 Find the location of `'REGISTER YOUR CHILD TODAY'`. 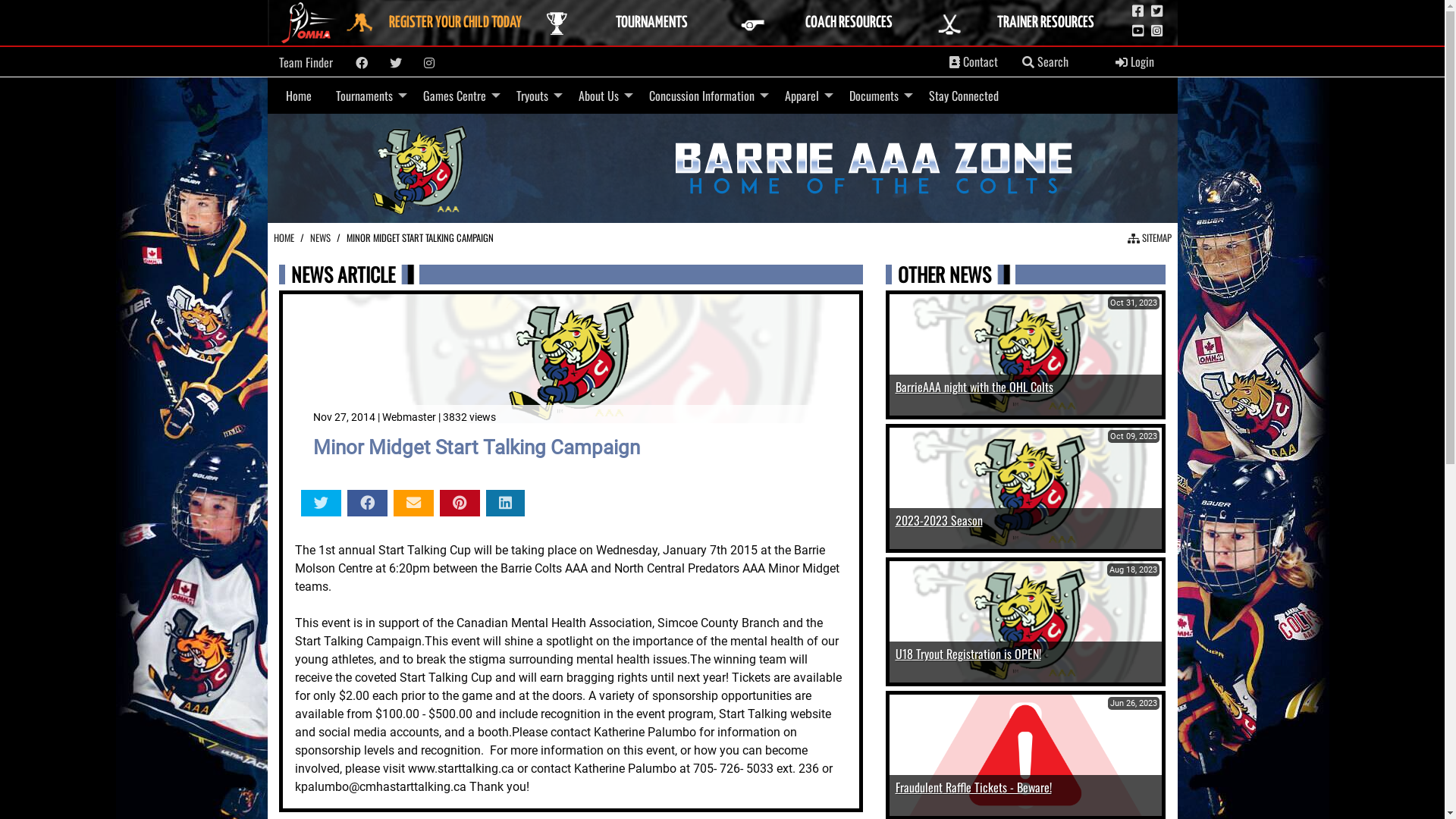

'REGISTER YOUR CHILD TODAY' is located at coordinates (438, 23).